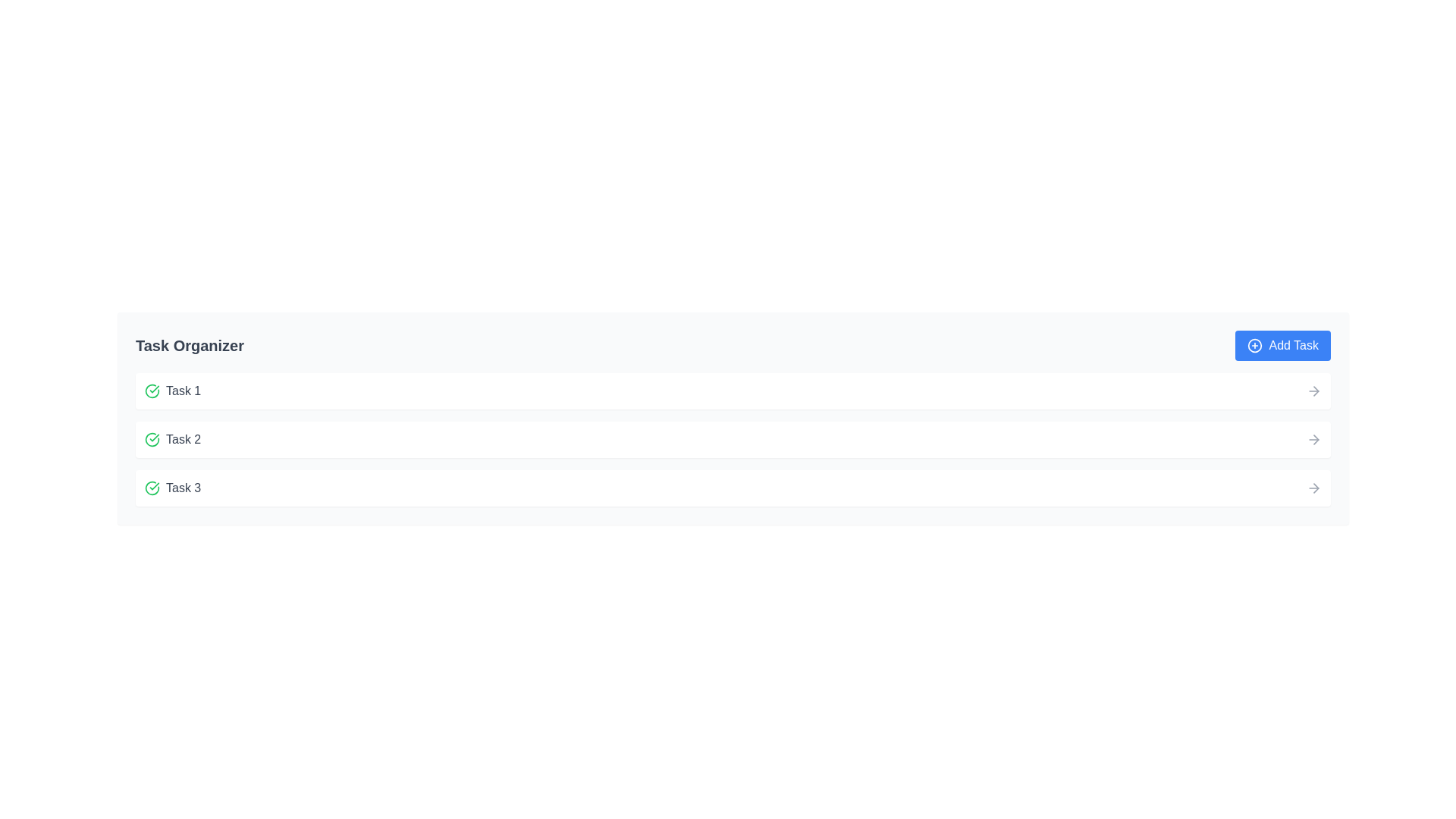  Describe the element at coordinates (1313, 488) in the screenshot. I see `the rightward arrow icon with a light gray outline located at the far-right side of the 'Task 3' row, adjacent to the text 'Task 3'` at that location.